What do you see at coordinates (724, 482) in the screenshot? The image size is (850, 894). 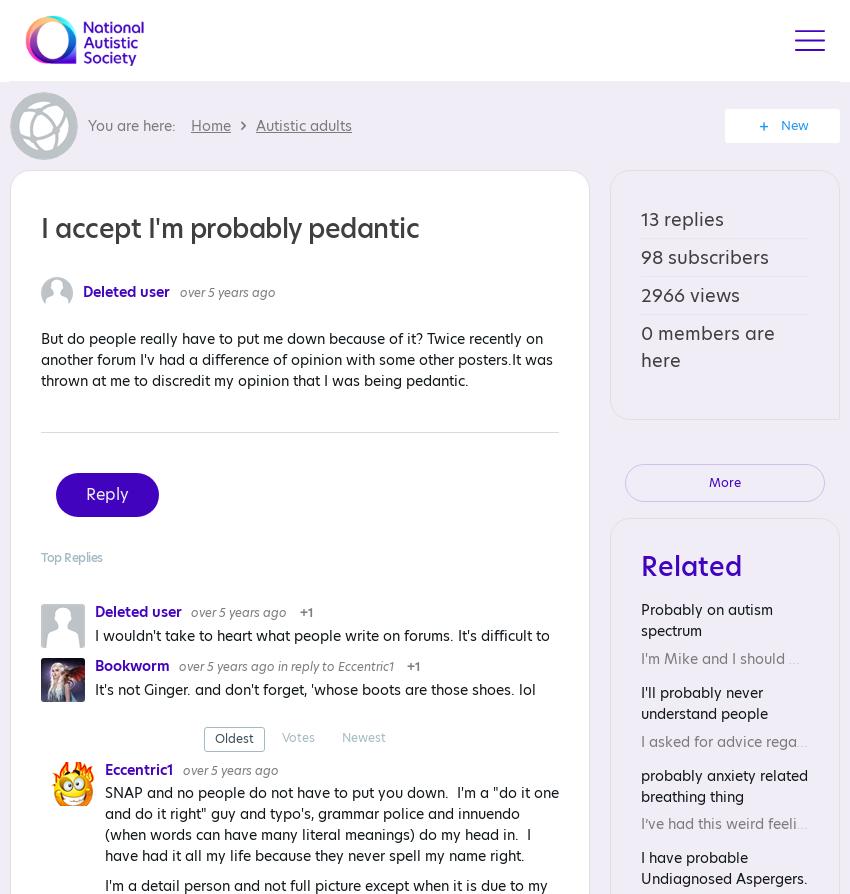 I see `'More'` at bounding box center [724, 482].